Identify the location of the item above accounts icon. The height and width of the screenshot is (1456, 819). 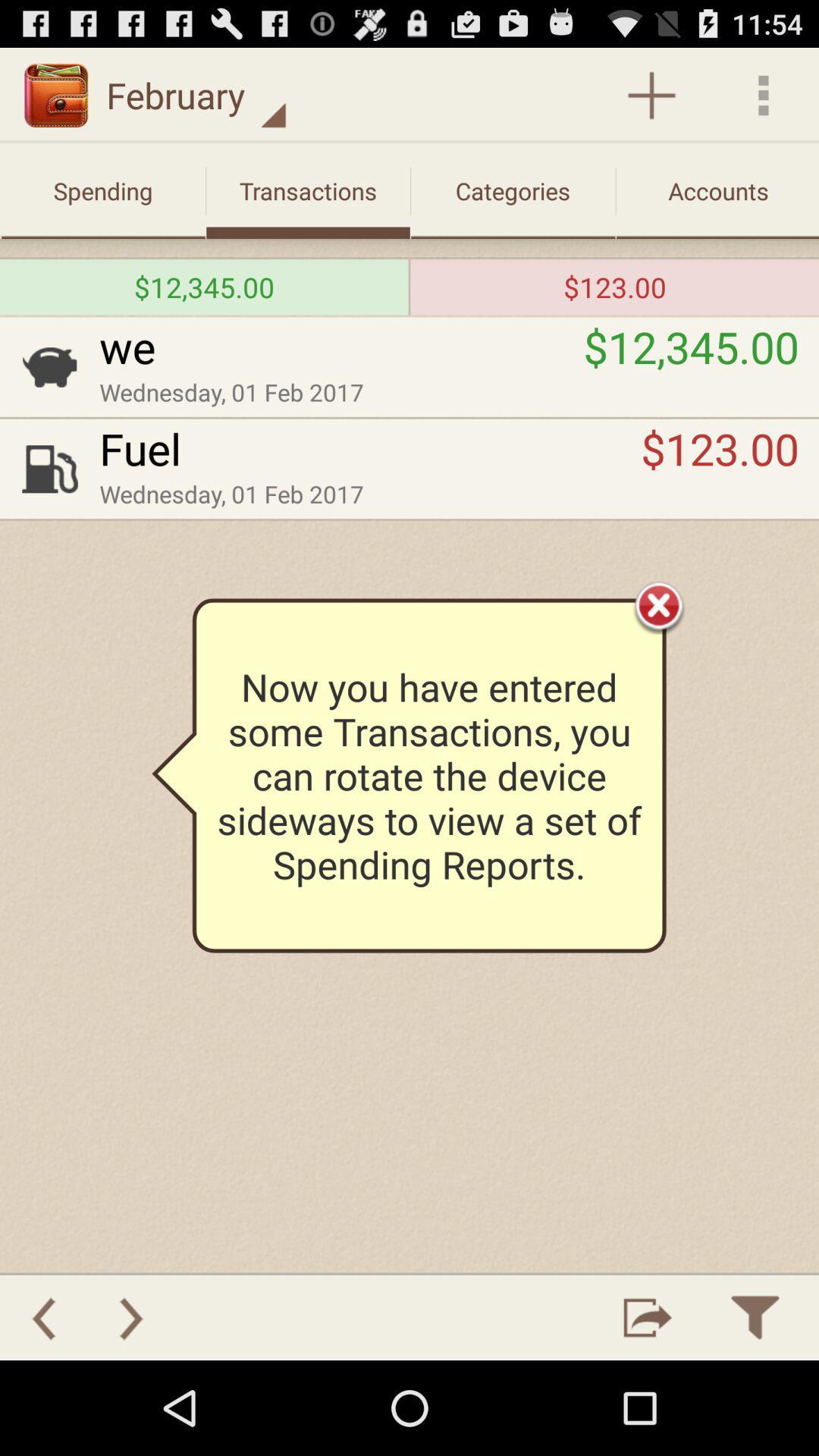
(763, 94).